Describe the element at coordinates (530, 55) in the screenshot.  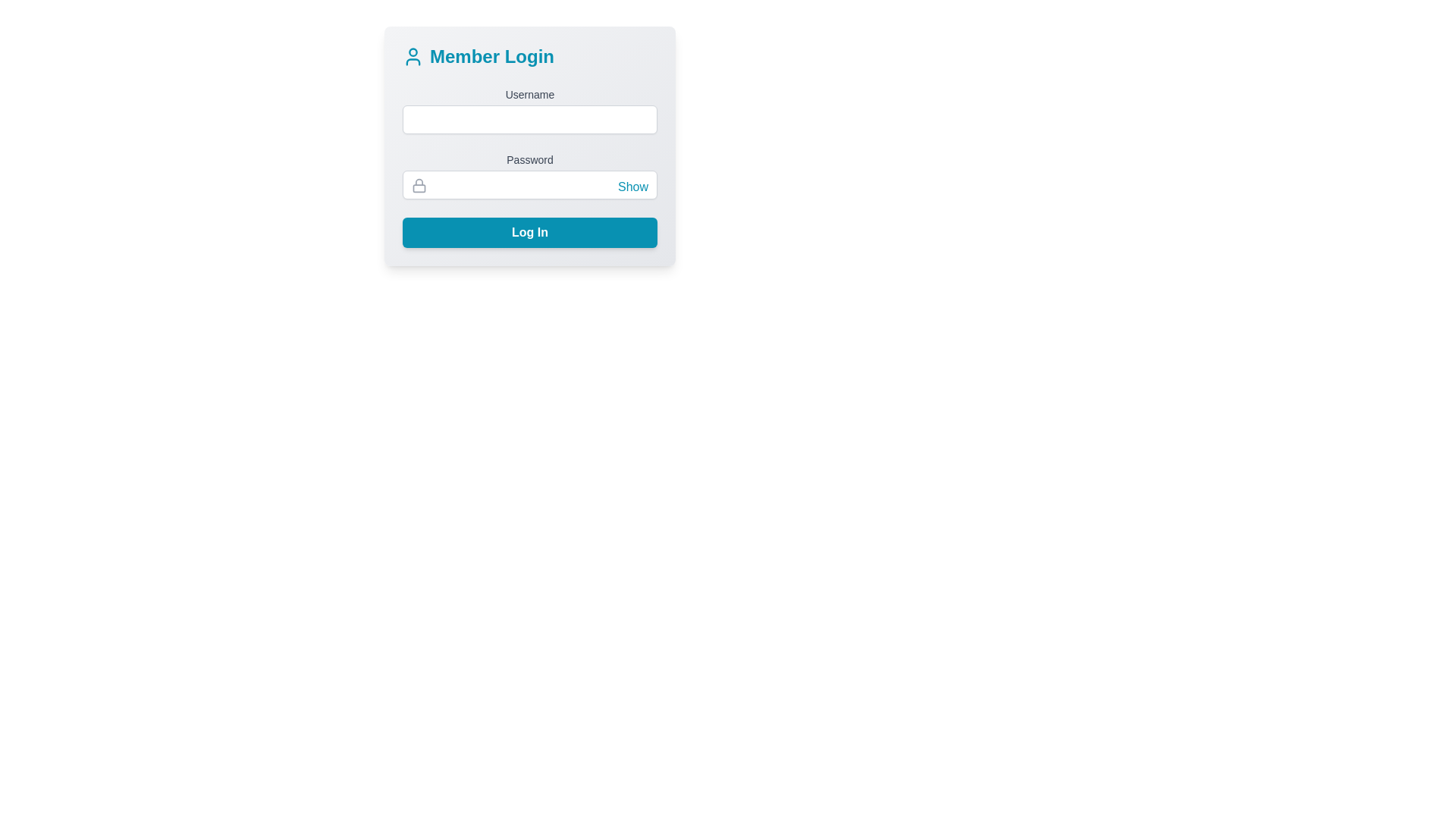
I see `the 'Member Login' heading text element located at the top of the login form, which introduces the login context` at that location.